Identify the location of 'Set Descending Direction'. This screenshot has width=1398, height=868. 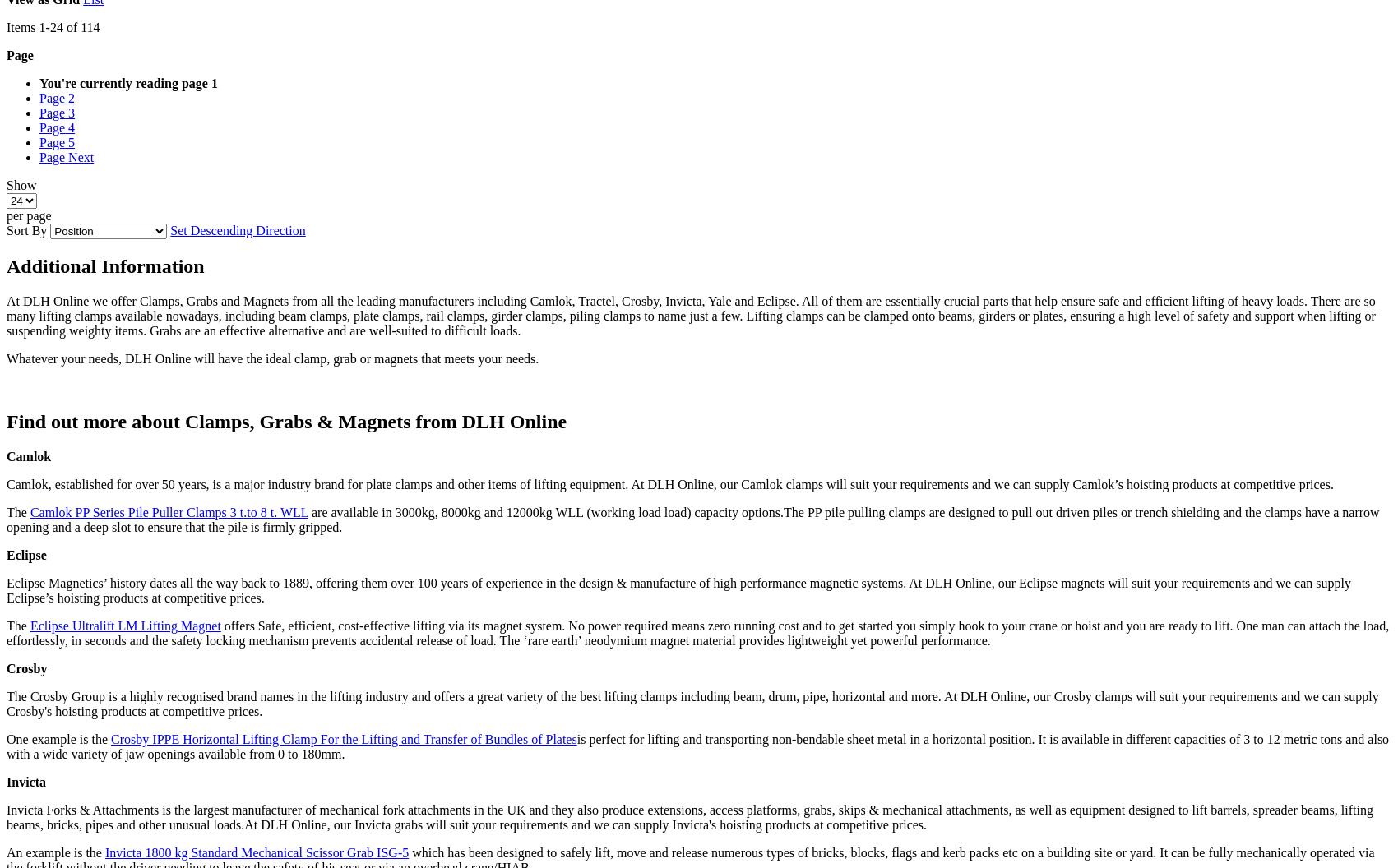
(238, 230).